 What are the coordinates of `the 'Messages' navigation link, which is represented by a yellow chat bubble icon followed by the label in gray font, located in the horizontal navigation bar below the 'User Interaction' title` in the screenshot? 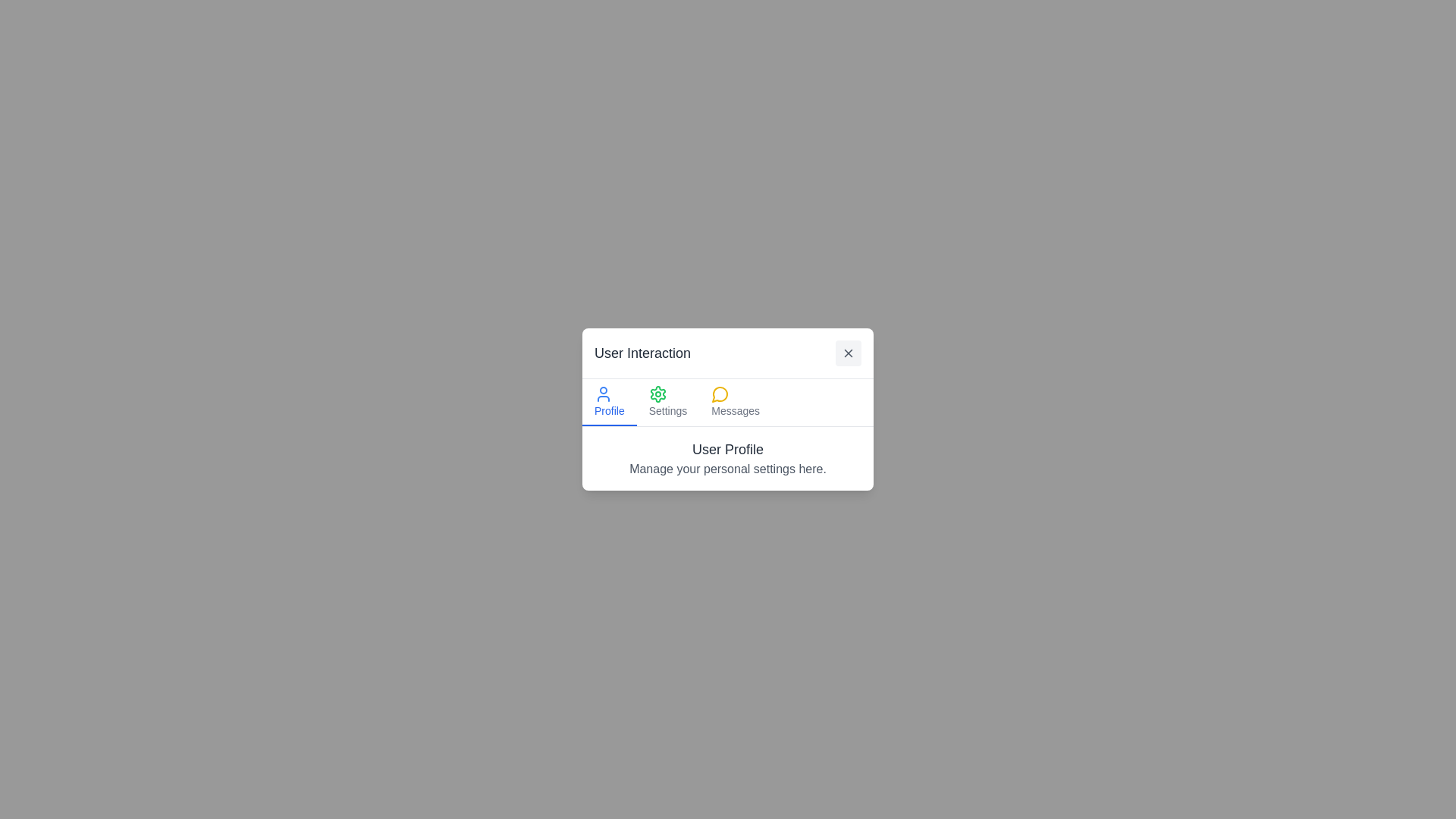 It's located at (736, 402).